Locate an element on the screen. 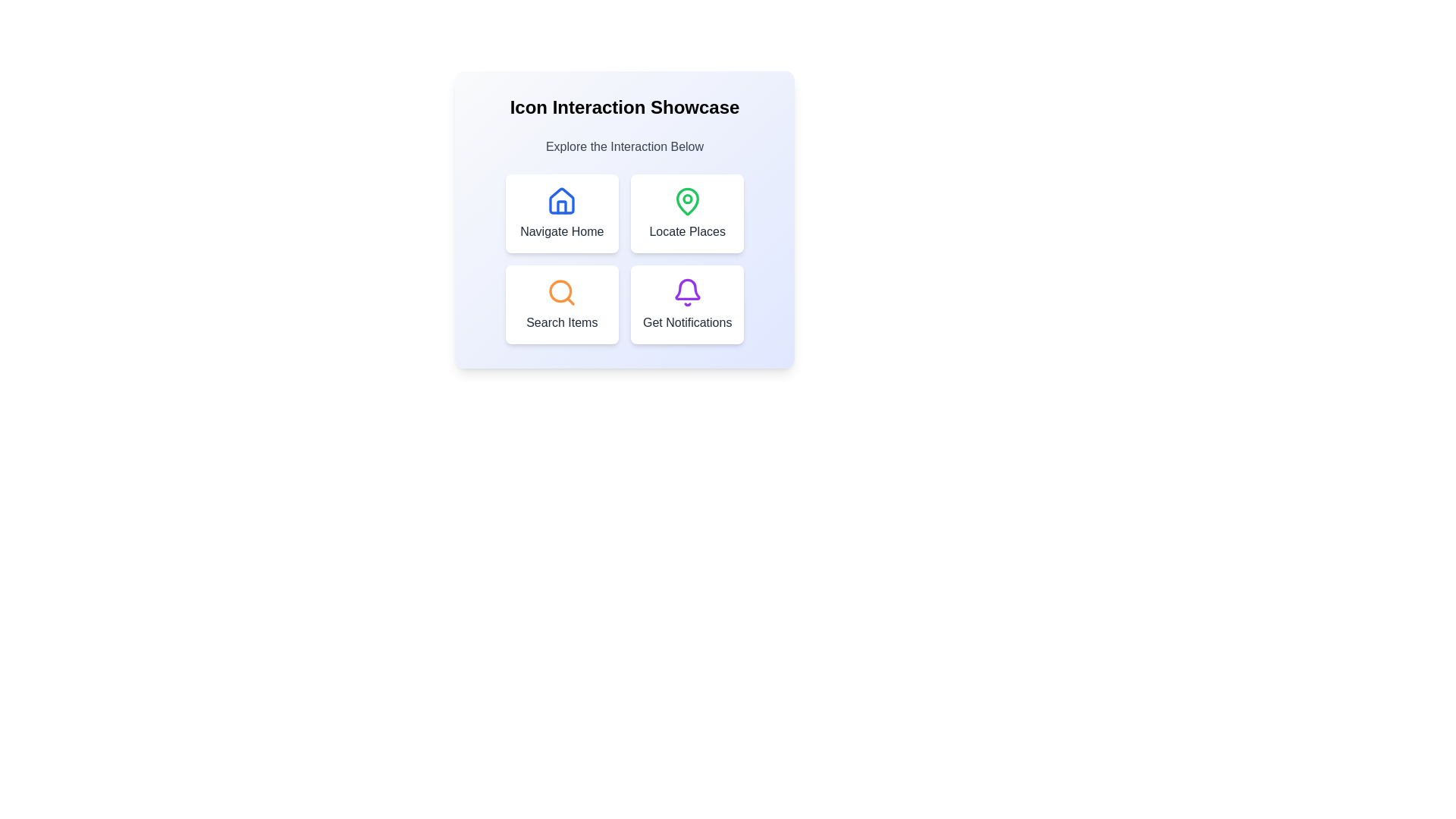 This screenshot has width=1456, height=819. the Text Label that describes the location-related interactive component, positioned below the location pin icon in the second card of the top row in a grid layout is located at coordinates (686, 231).